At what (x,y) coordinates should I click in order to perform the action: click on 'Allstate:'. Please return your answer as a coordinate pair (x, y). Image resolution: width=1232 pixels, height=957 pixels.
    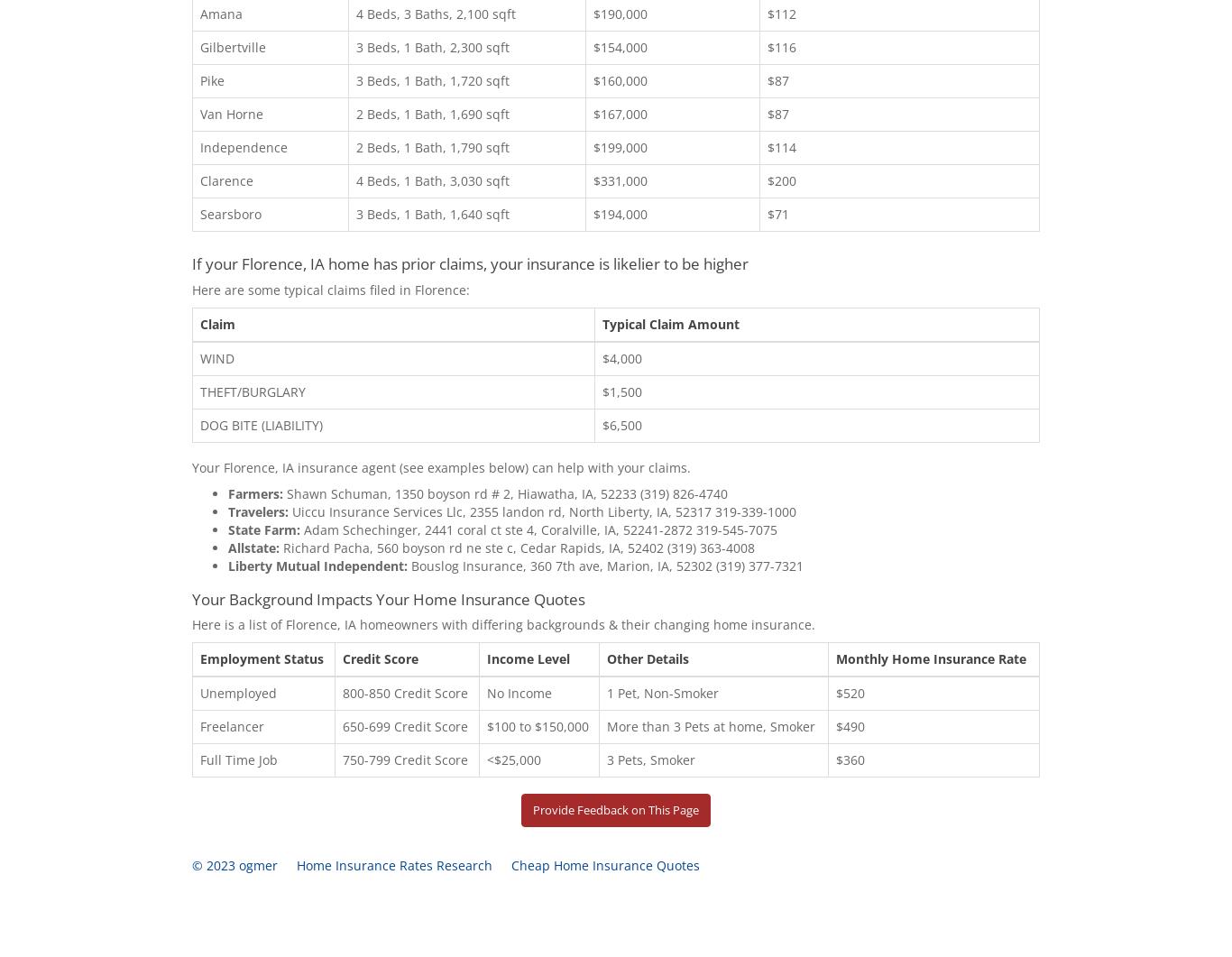
    Looking at the image, I should click on (255, 546).